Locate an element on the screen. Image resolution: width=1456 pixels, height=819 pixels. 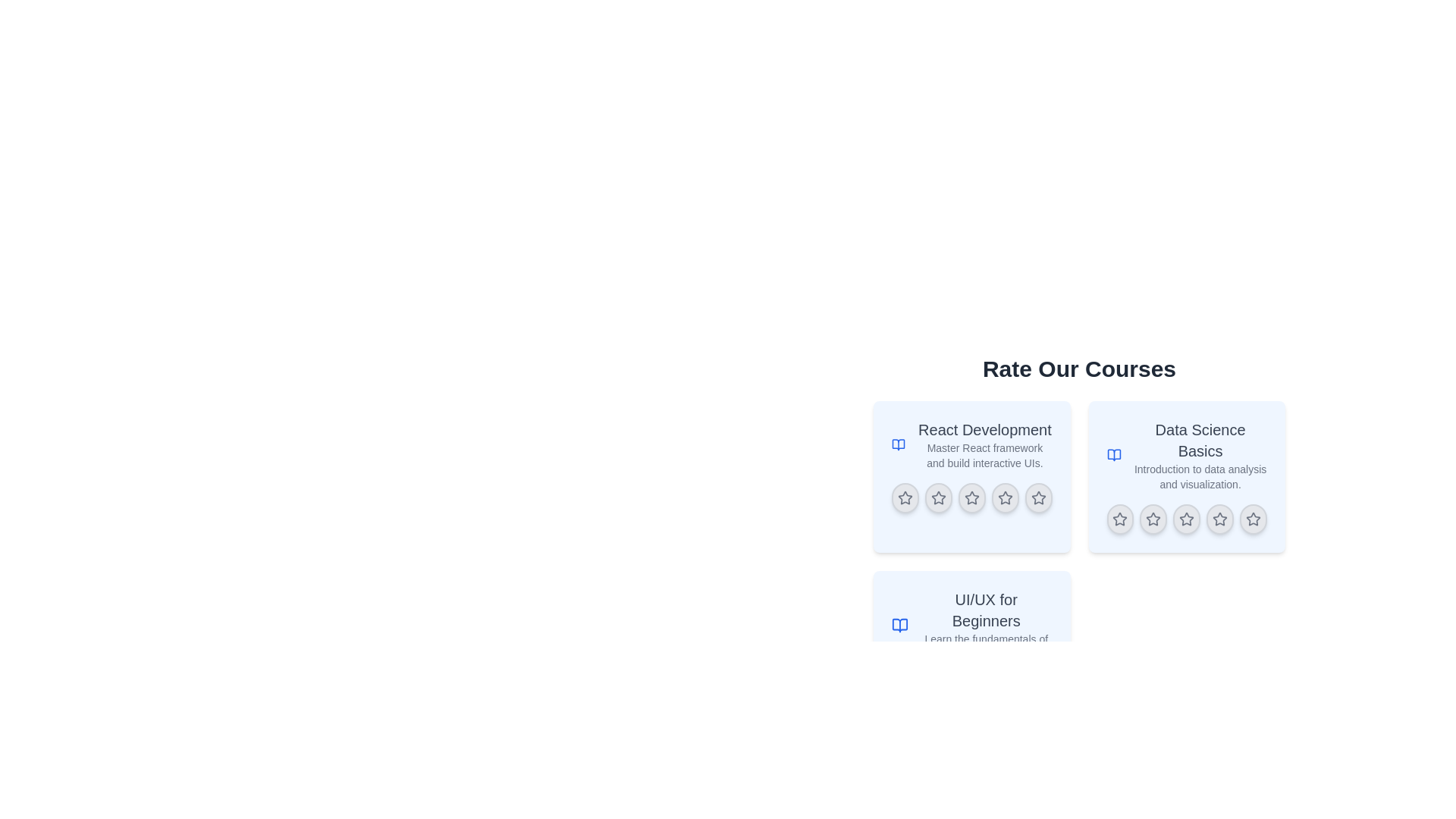
the icon representing the 'React Development' course, which is visually identified within a grid layout under the relevant section's icon is located at coordinates (899, 444).